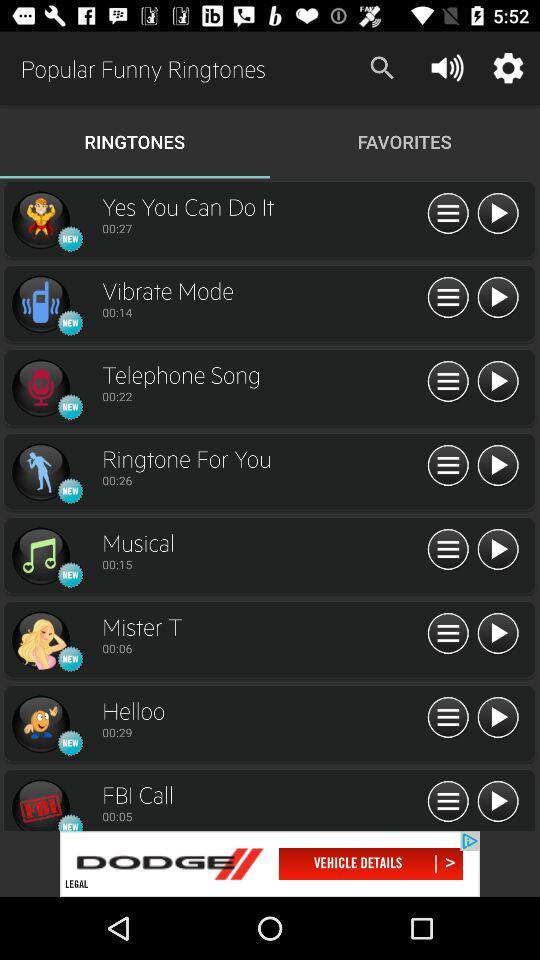 The image size is (540, 960). I want to click on open the profile page of ringtone uploader, so click(40, 304).